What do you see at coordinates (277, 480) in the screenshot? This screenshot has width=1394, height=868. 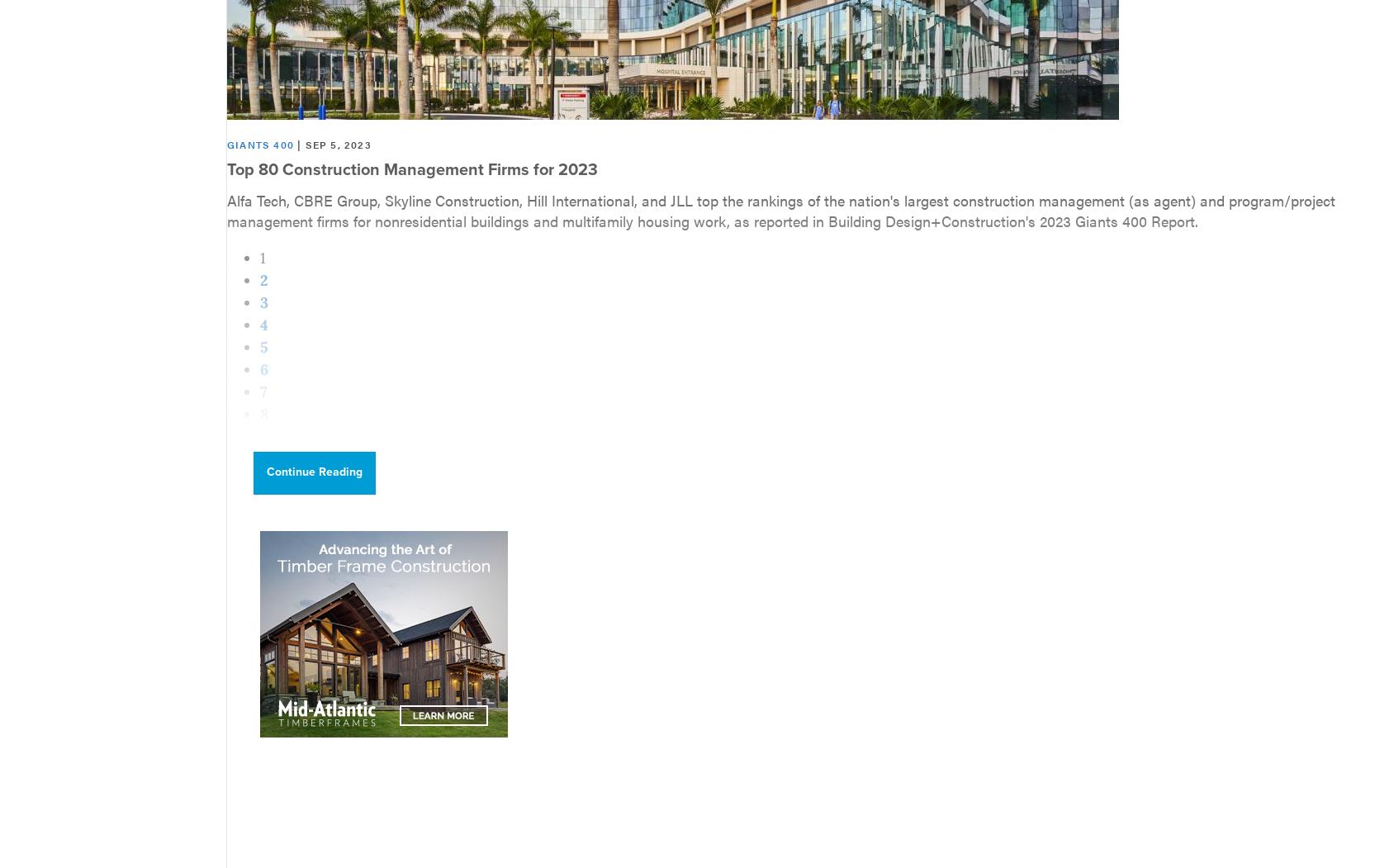 I see `'Next'` at bounding box center [277, 480].